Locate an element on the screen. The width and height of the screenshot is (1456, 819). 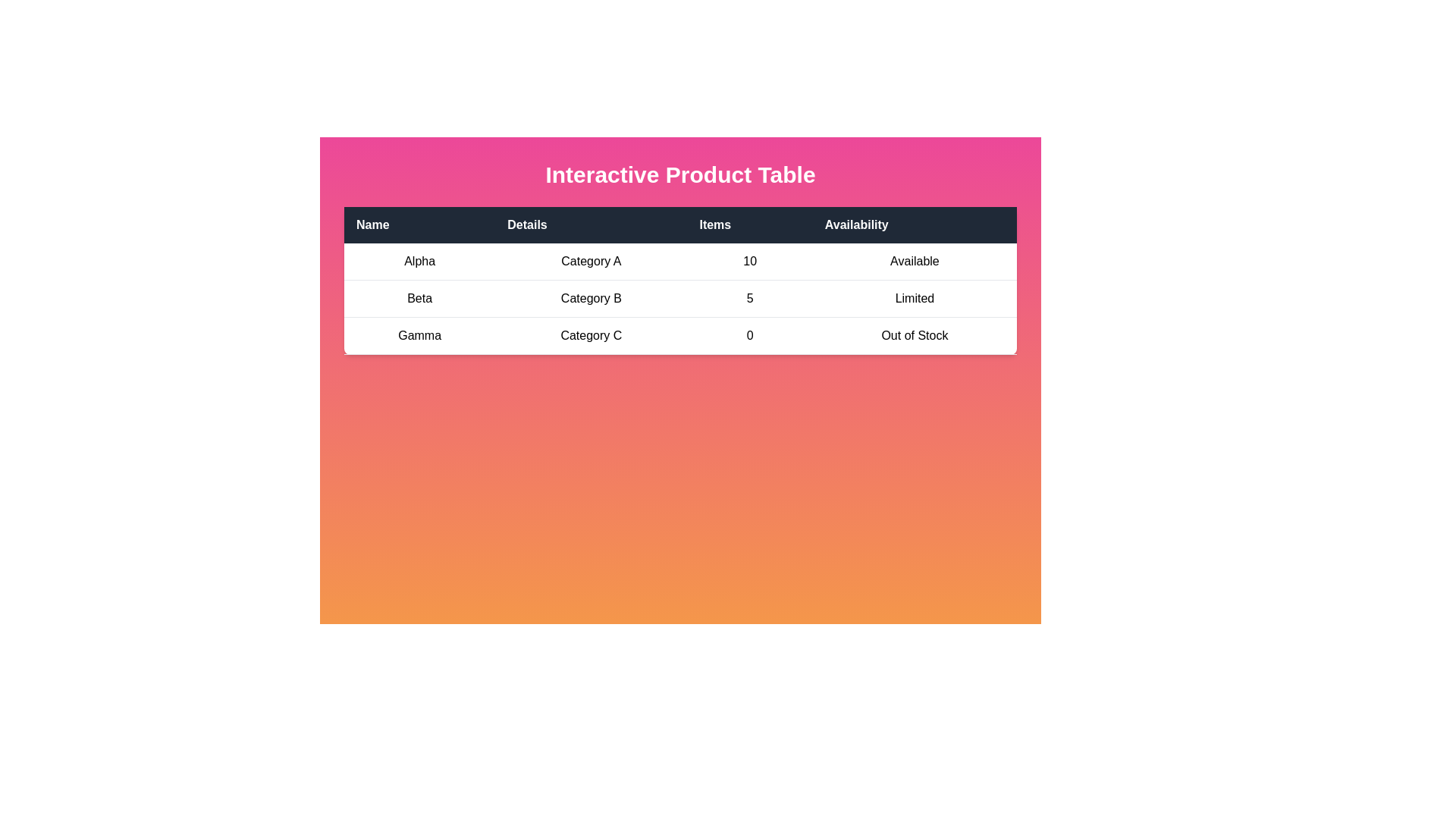
the content of the cell displaying the numeric value '5' in bold black text, located in the third cell of the 'Category B' row under the 'Items' column of the table is located at coordinates (750, 298).